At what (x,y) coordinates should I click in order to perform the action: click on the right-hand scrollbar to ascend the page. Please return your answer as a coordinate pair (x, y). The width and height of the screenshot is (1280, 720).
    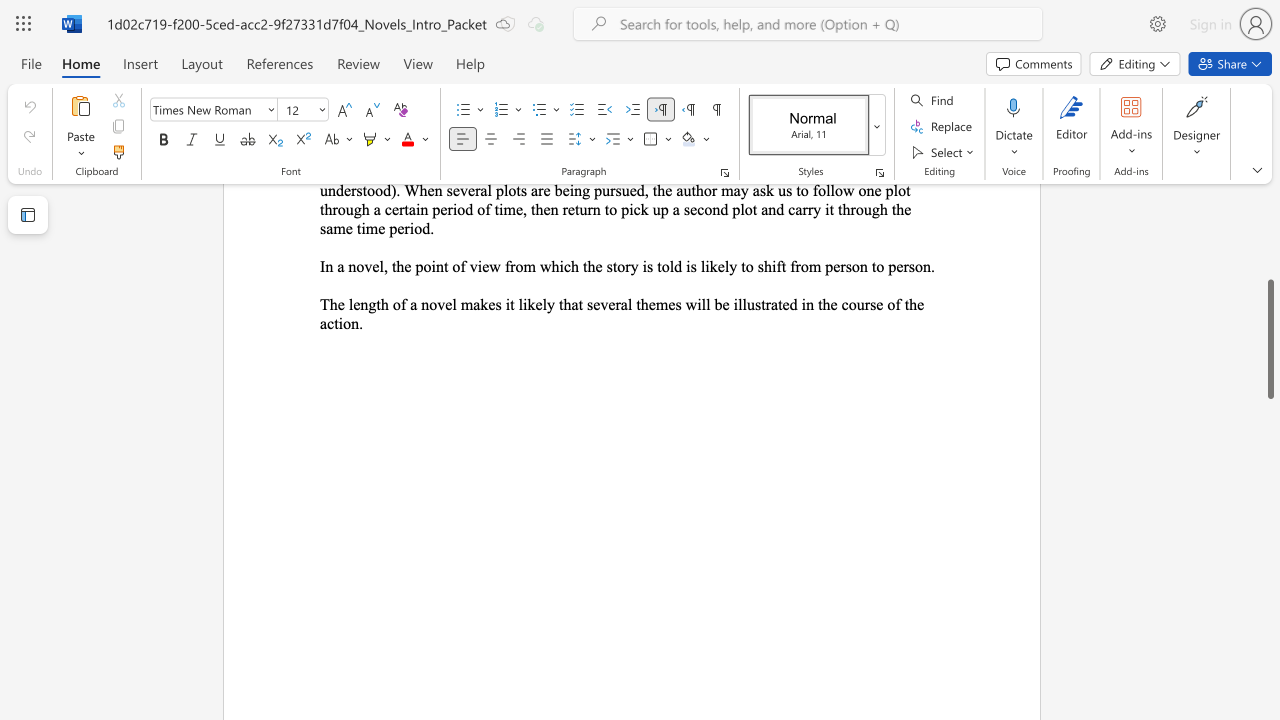
    Looking at the image, I should click on (1269, 328).